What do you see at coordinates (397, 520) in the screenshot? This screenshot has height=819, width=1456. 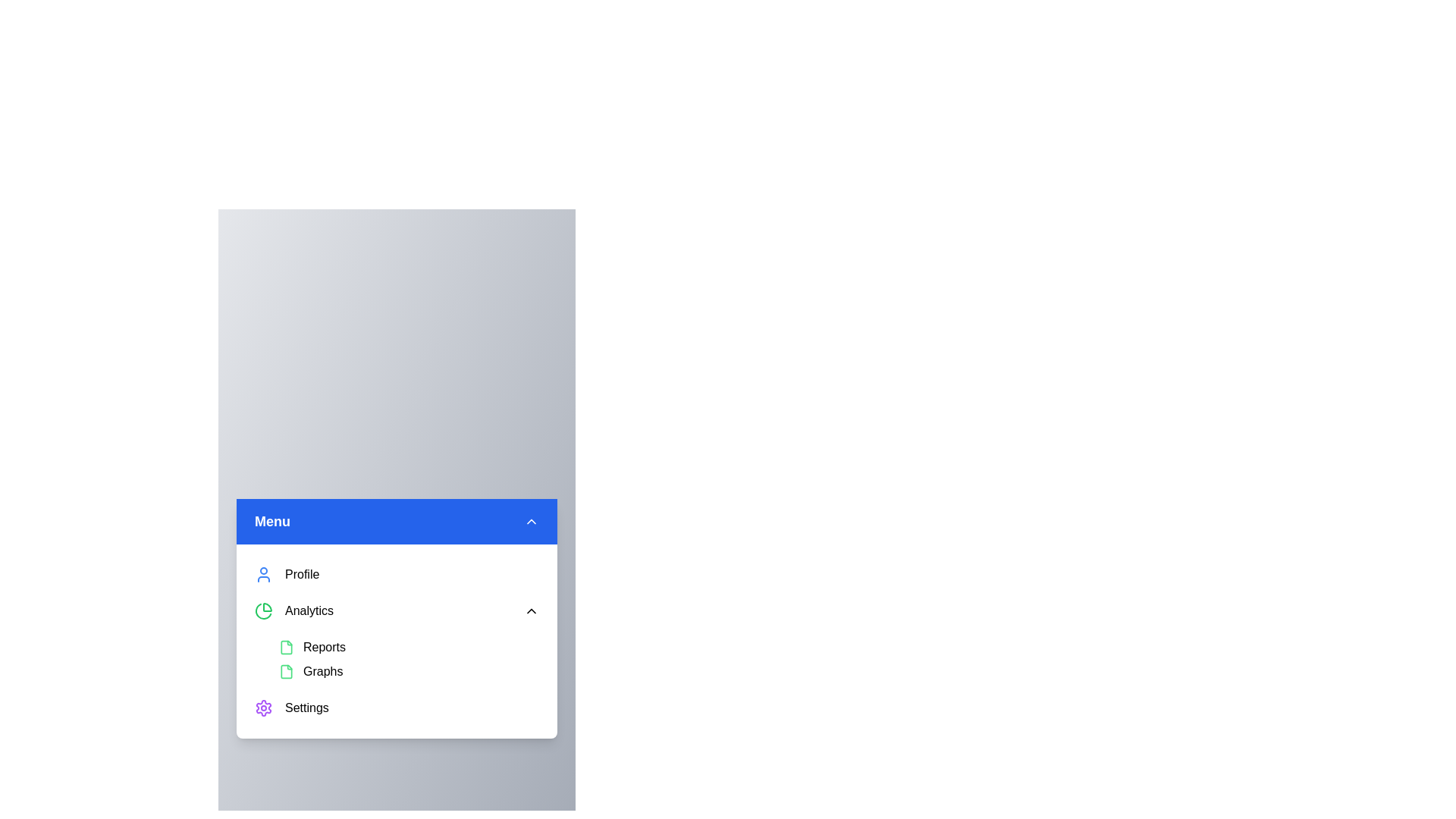 I see `the 'Menu' button at the top of the dropdown menu` at bounding box center [397, 520].